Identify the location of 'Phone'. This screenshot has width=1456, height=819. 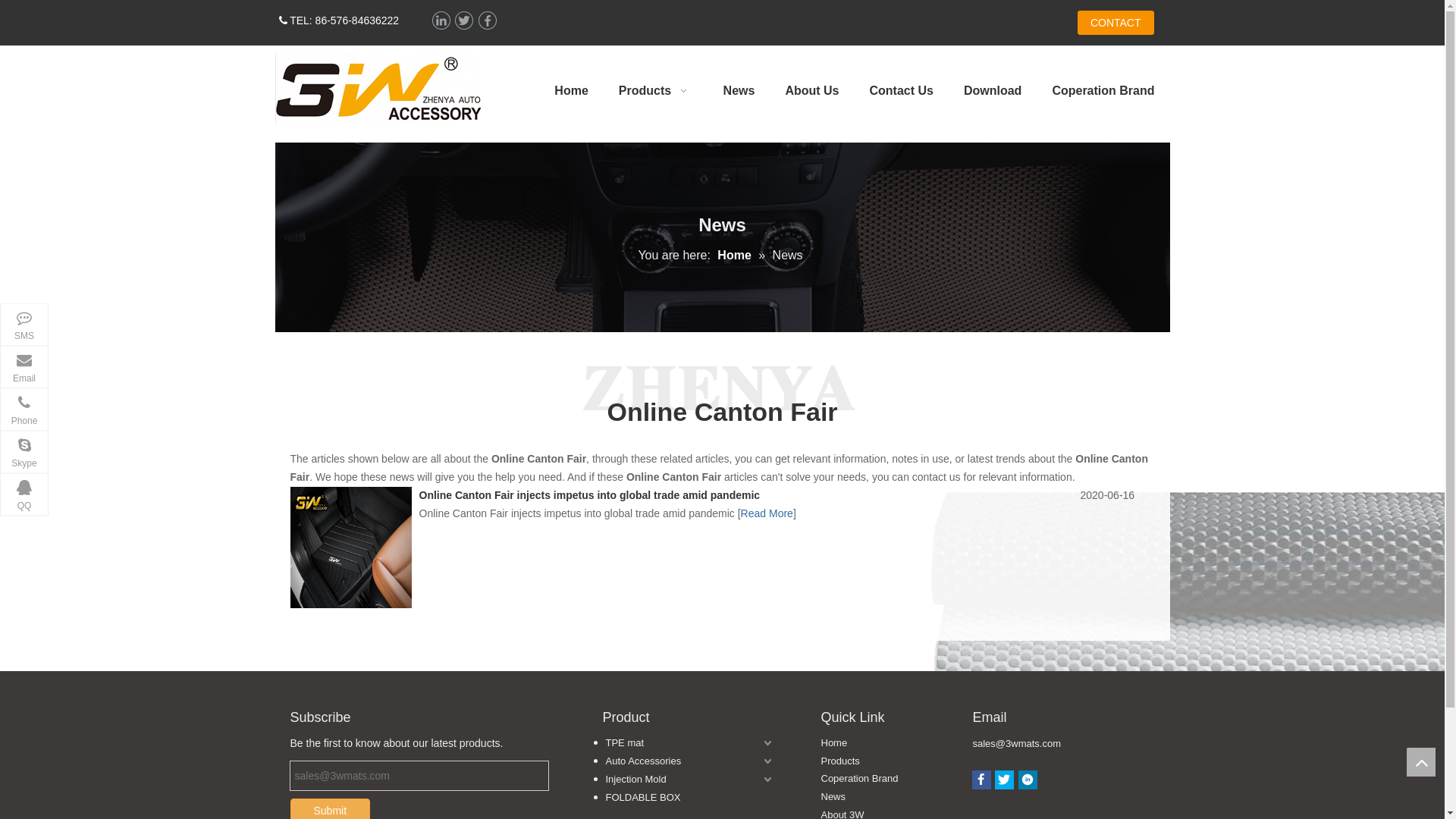
(24, 409).